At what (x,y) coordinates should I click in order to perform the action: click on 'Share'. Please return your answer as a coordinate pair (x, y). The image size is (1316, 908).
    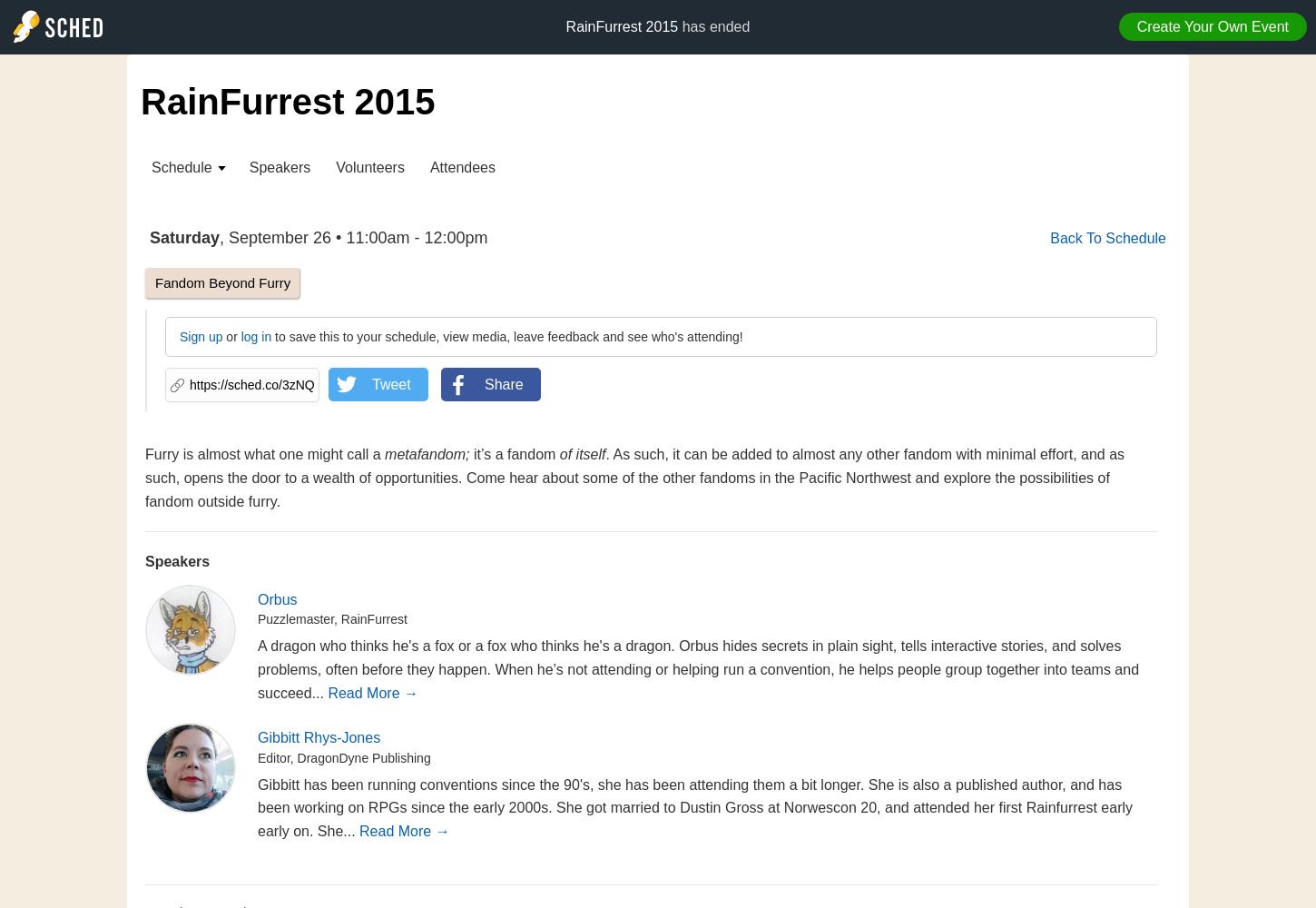
    Looking at the image, I should click on (485, 384).